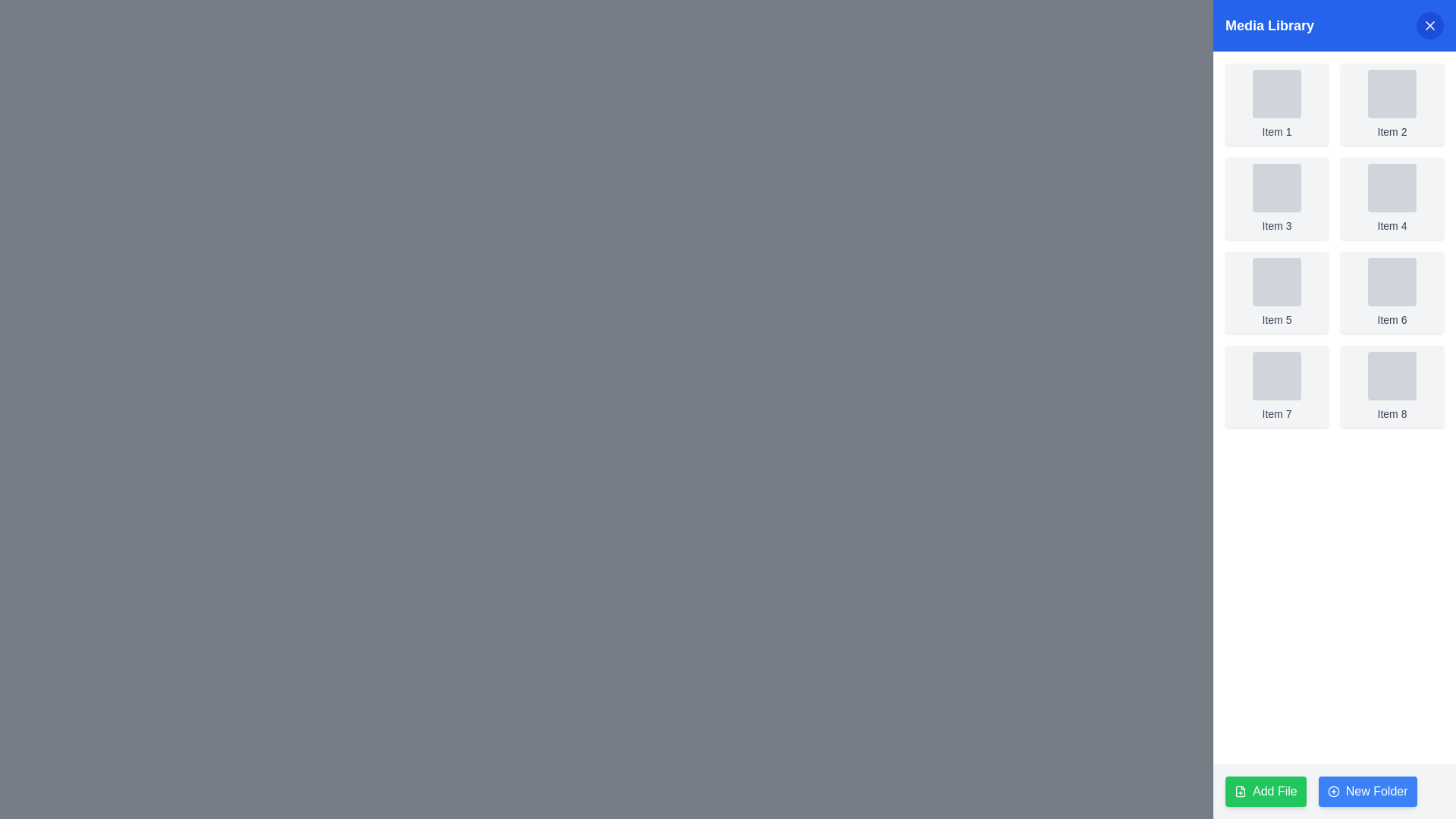 The image size is (1456, 819). What do you see at coordinates (1276, 130) in the screenshot?
I see `displayed text from the small-sized text label element reading 'Item 1', which is styled with gray text and located beneath a square placeholder in the Media Library section` at bounding box center [1276, 130].